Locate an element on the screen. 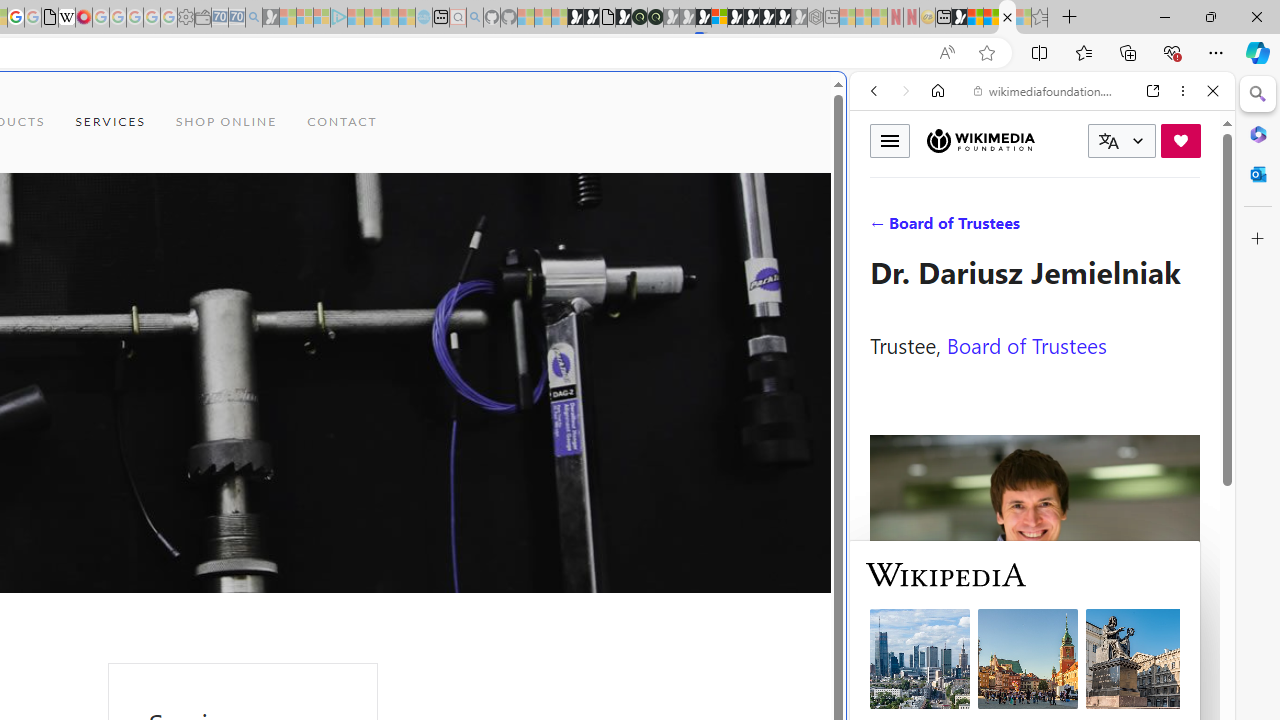 The image size is (1280, 720). 'Search the web' is located at coordinates (1051, 137).